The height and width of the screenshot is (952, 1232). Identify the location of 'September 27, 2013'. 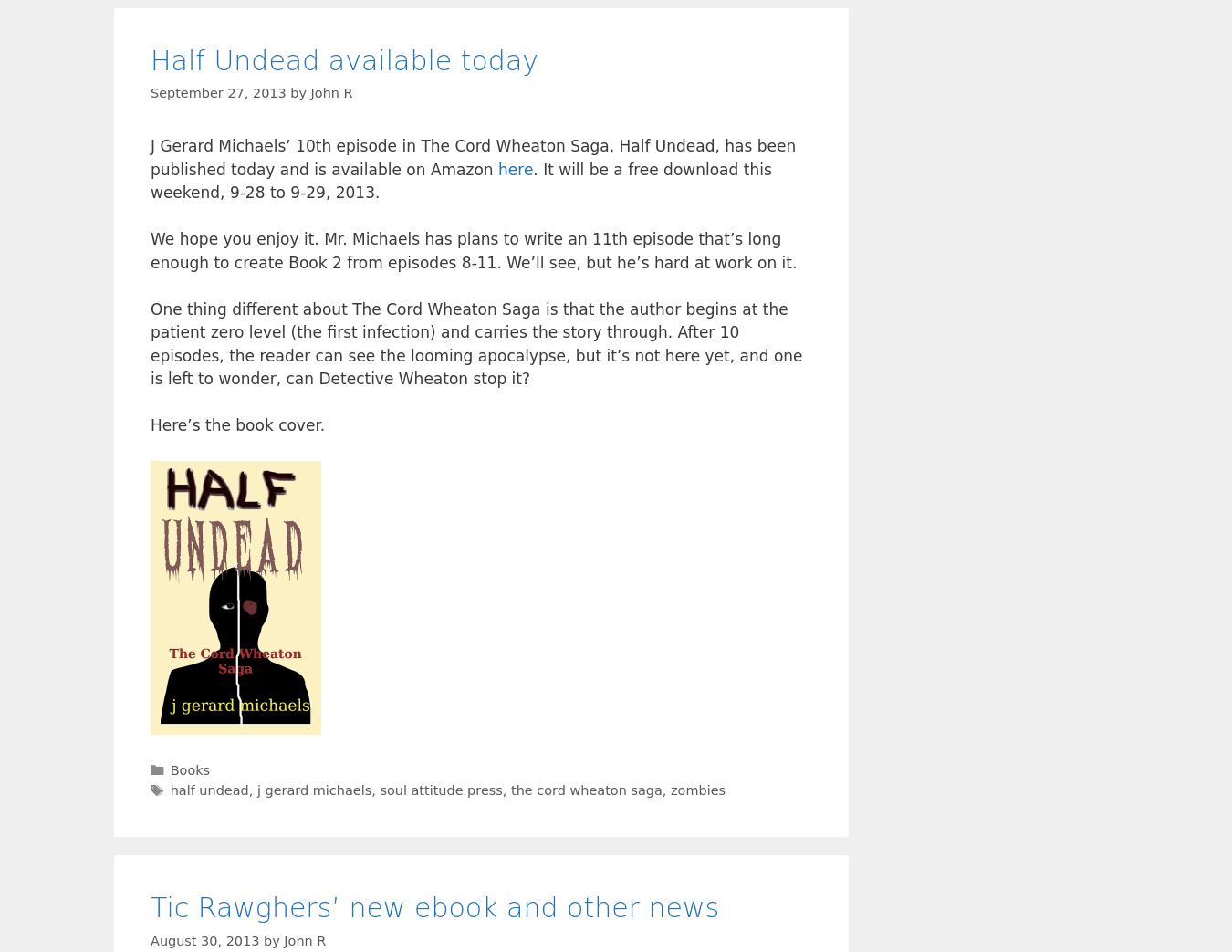
(216, 93).